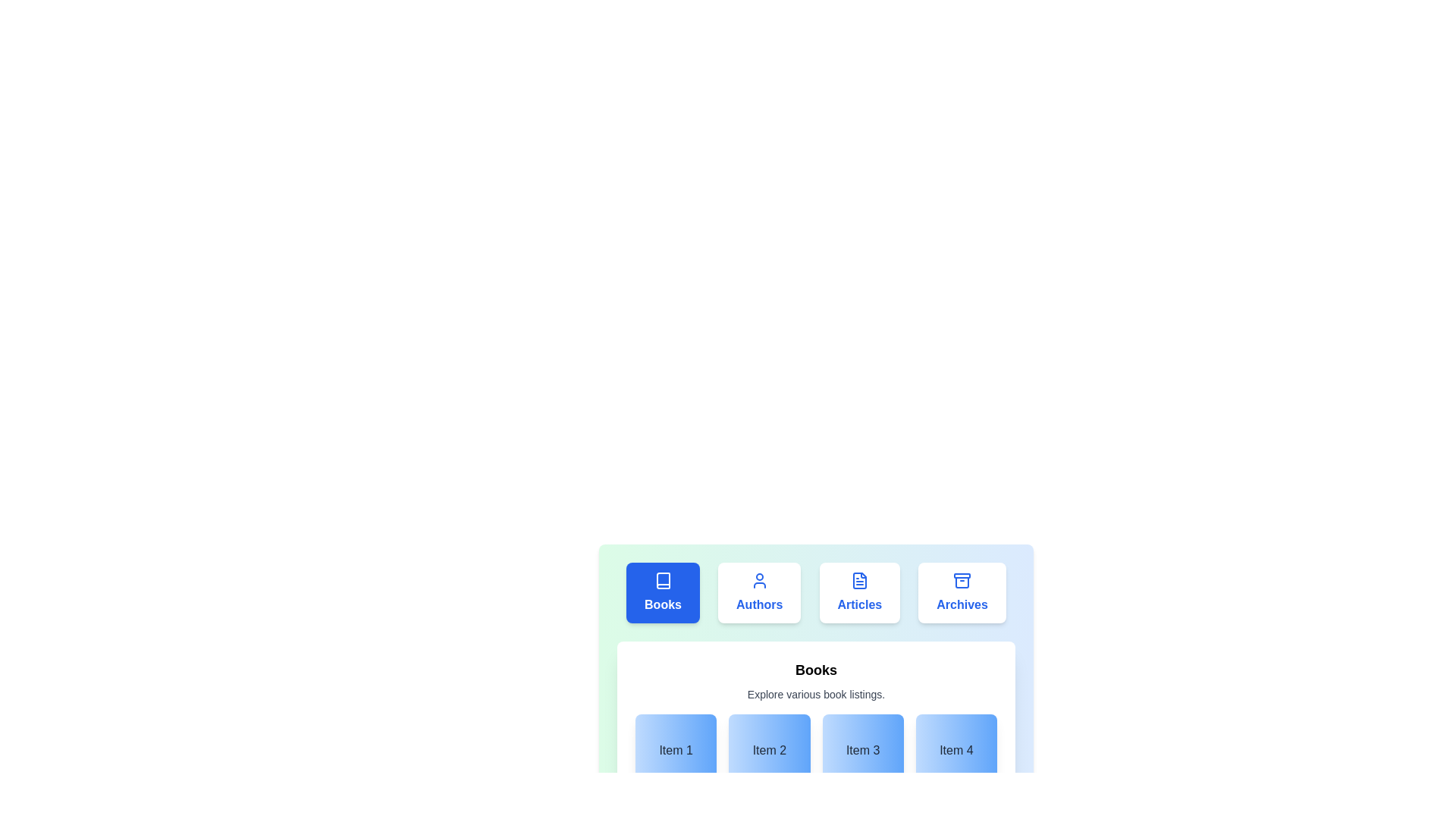 The image size is (1456, 819). What do you see at coordinates (759, 592) in the screenshot?
I see `the tab labeled Authors to activate it` at bounding box center [759, 592].